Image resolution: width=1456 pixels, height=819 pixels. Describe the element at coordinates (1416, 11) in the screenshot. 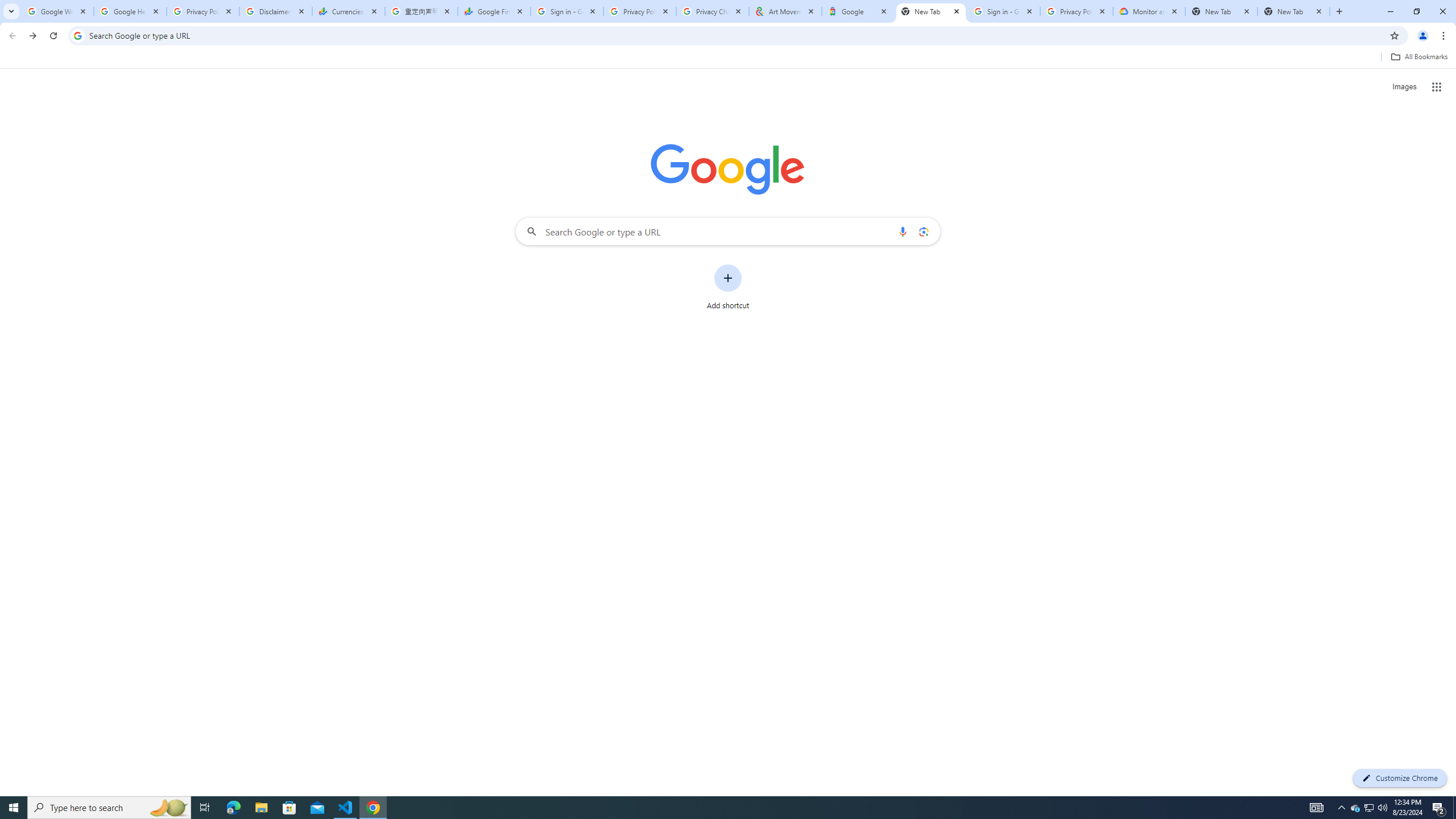

I see `'Restore'` at that location.